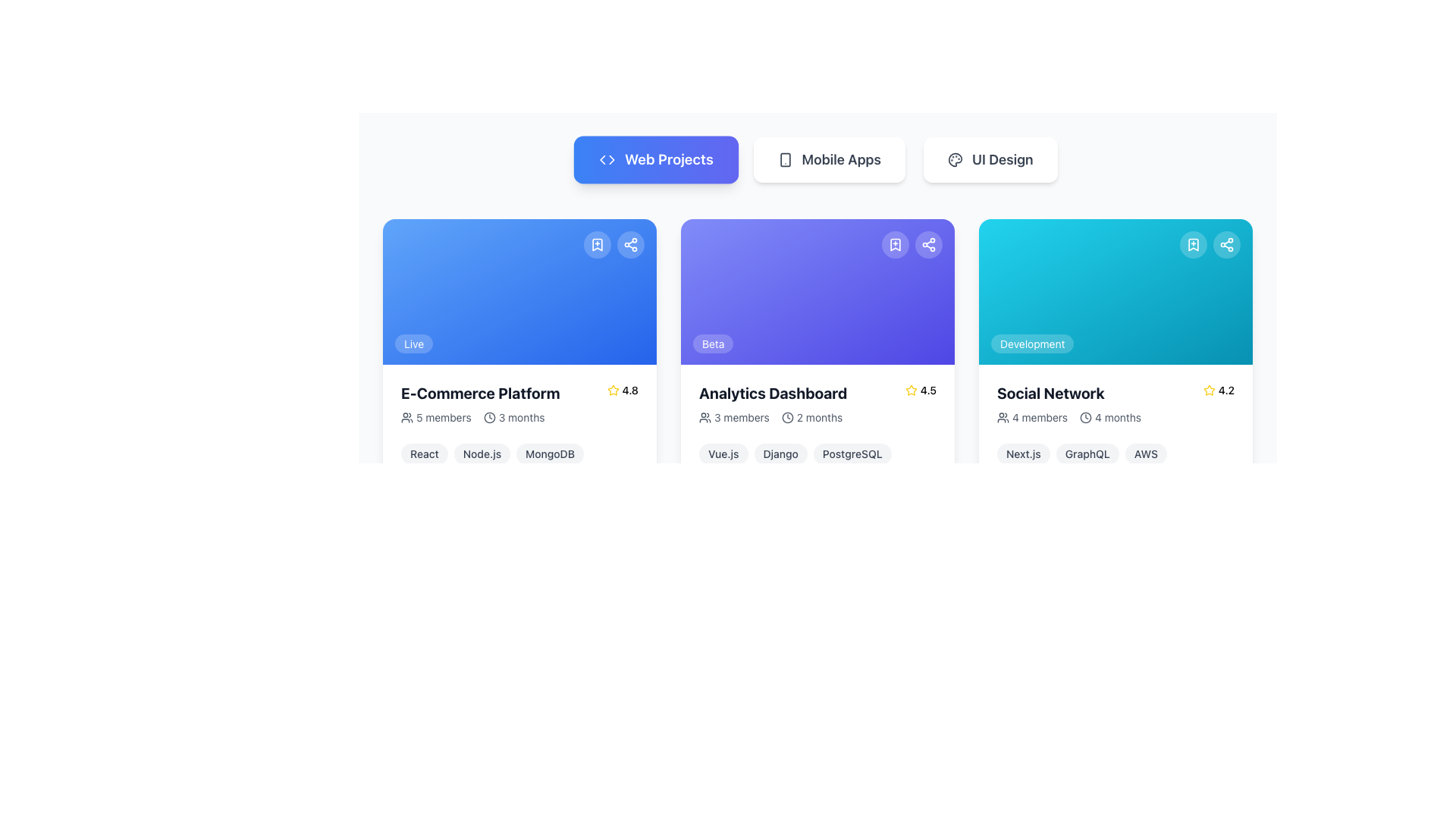 This screenshot has width=1456, height=819. Describe the element at coordinates (1039, 418) in the screenshot. I see `the Text label that displays the number of members associated with the 'Social Network' project, positioned to the right of the user icon and adjacent to the time duration information '4 months'` at that location.